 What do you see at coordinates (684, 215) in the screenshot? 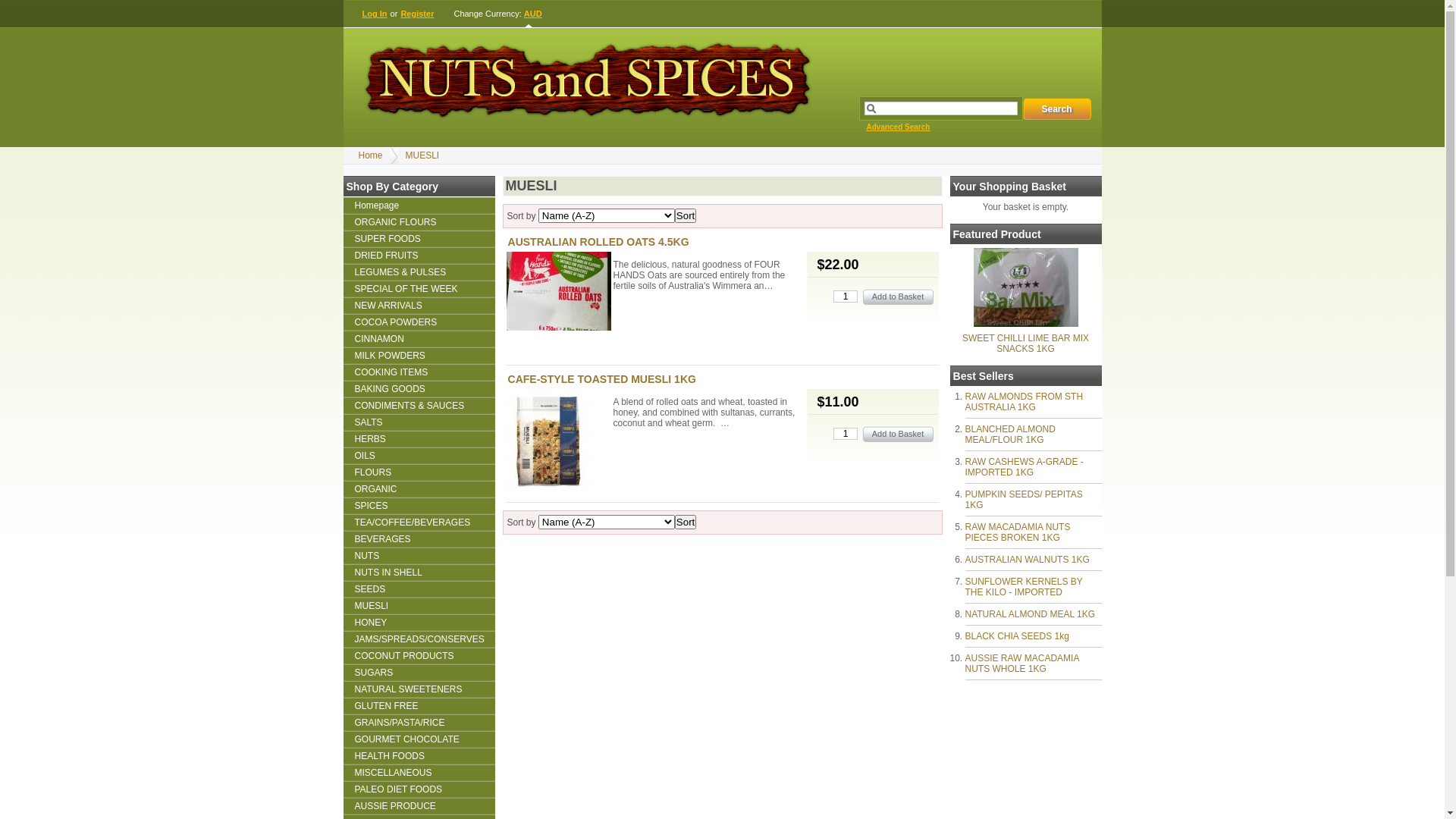
I see `'Sort'` at bounding box center [684, 215].